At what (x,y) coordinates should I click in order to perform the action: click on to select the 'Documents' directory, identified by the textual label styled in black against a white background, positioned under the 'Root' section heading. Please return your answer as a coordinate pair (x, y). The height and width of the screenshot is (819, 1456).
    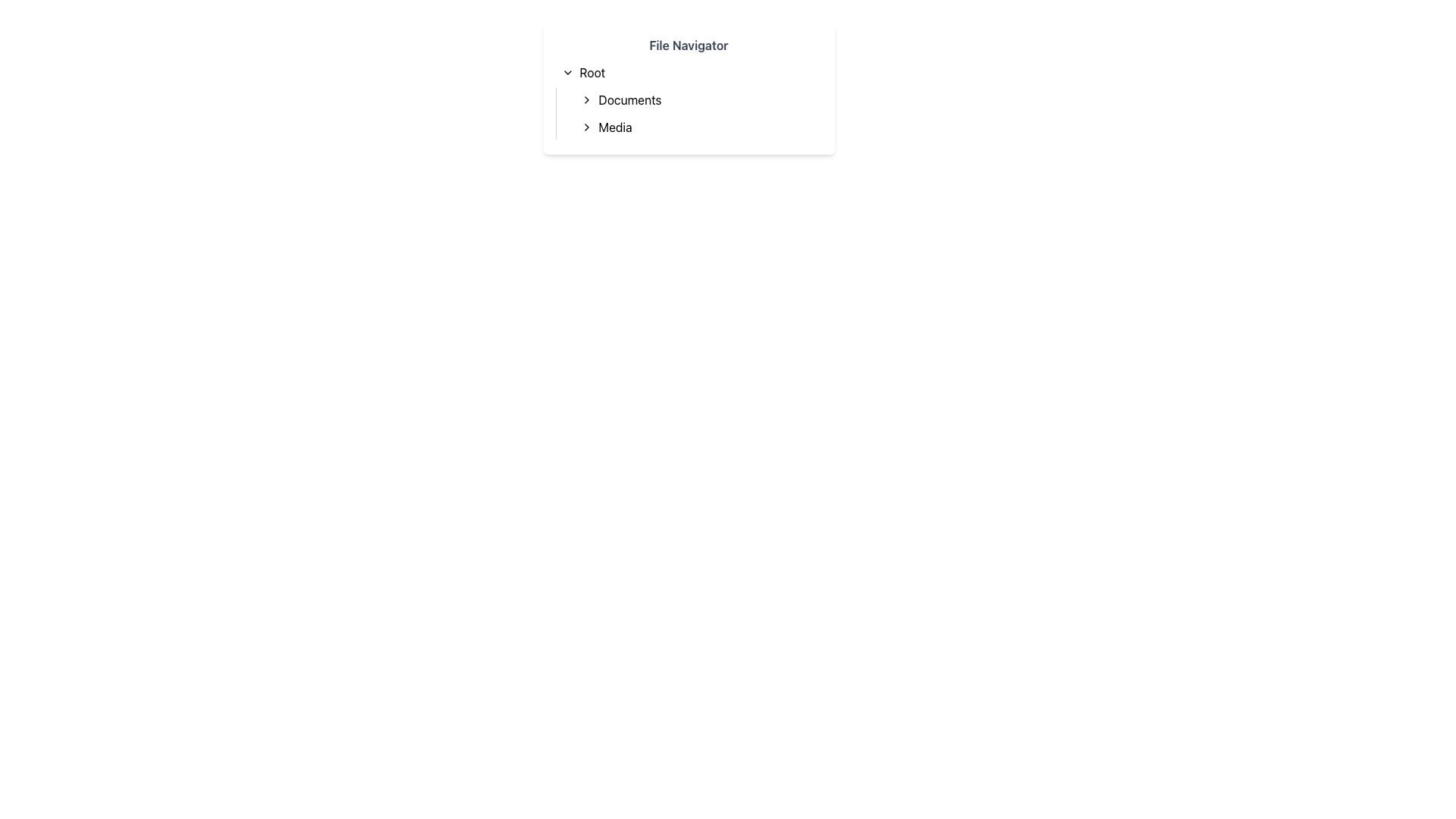
    Looking at the image, I should click on (629, 99).